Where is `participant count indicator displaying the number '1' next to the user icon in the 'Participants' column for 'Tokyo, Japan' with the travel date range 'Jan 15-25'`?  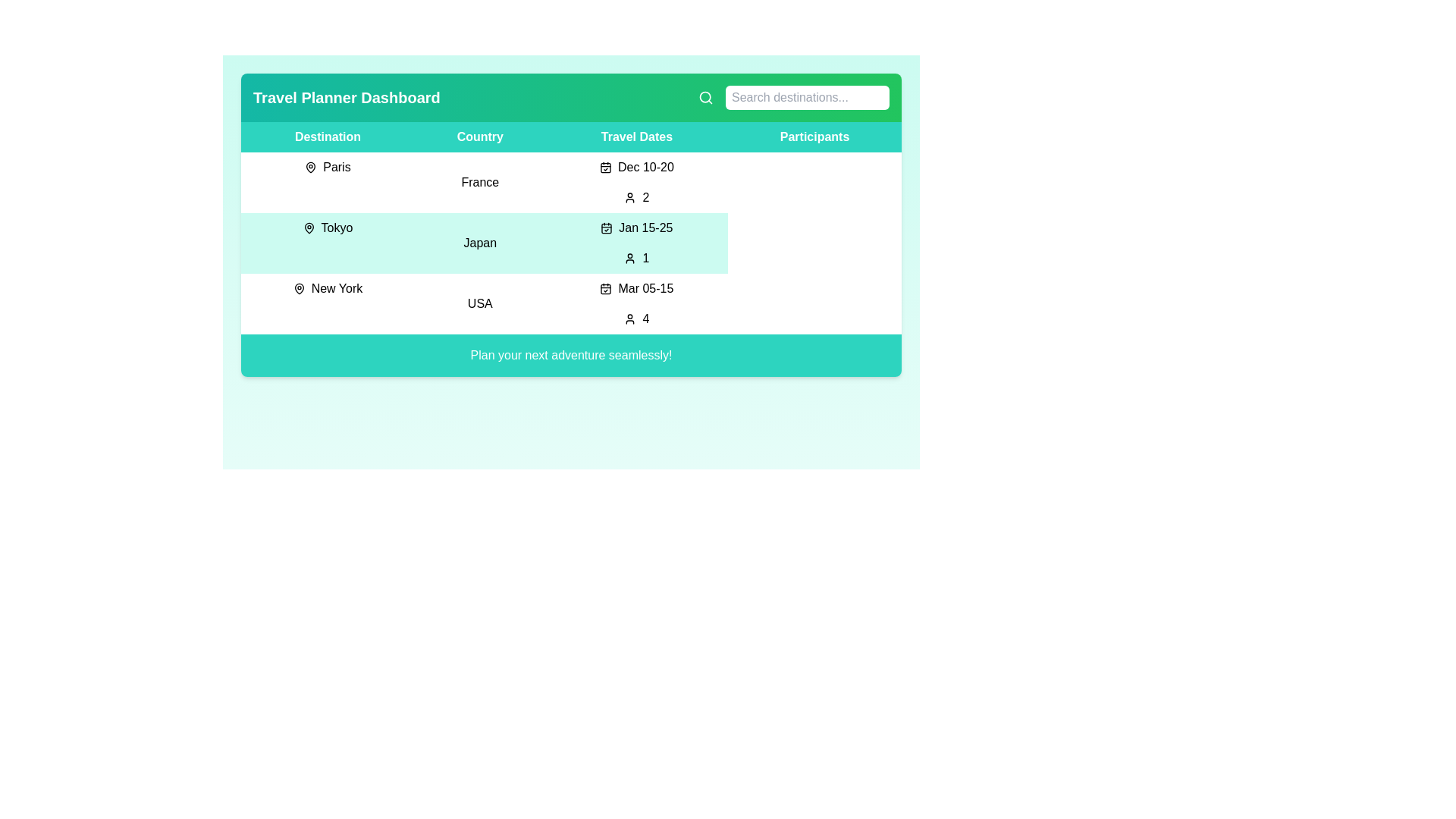
participant count indicator displaying the number '1' next to the user icon in the 'Participants' column for 'Tokyo, Japan' with the travel date range 'Jan 15-25' is located at coordinates (637, 257).